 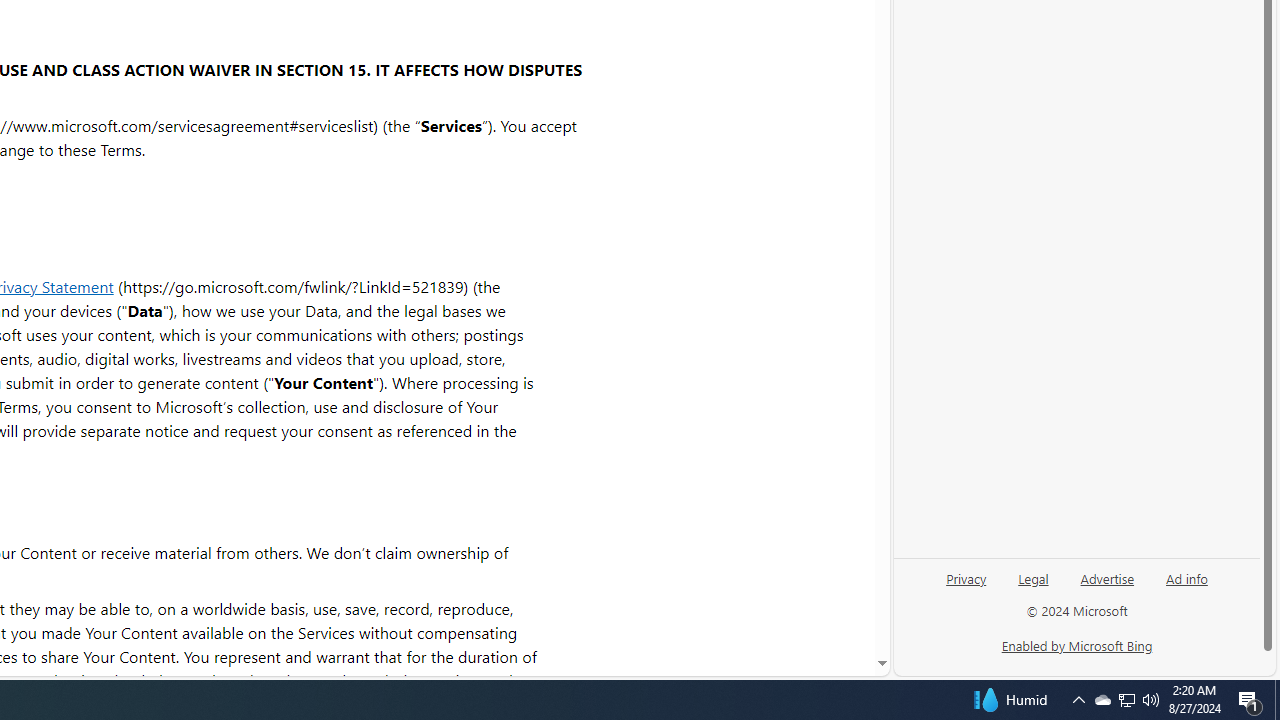 What do you see at coordinates (1033, 577) in the screenshot?
I see `'Legal'` at bounding box center [1033, 577].